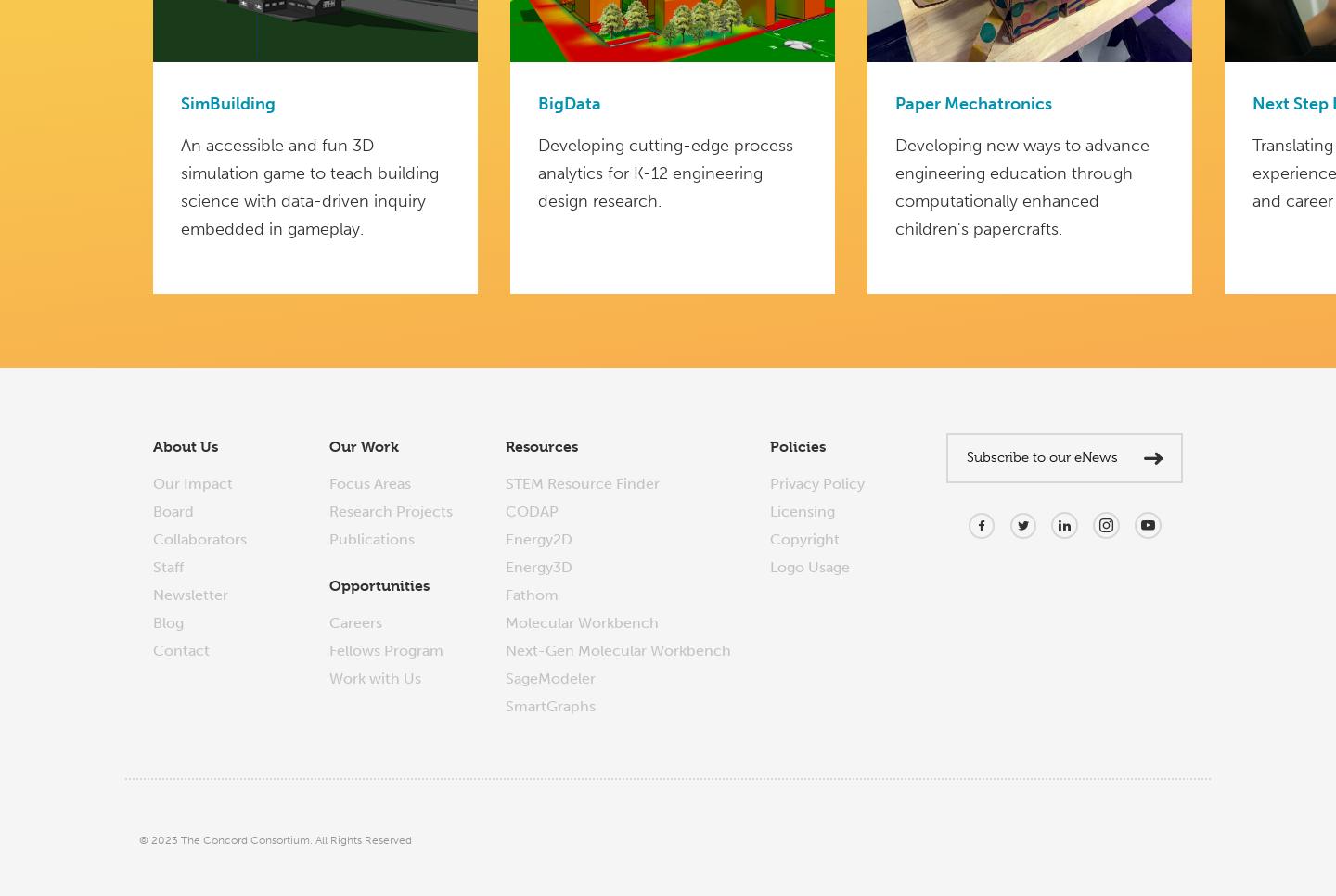  Describe the element at coordinates (893, 186) in the screenshot. I see `'Developing new ways to advance engineering education through computationally enhanced children's papercrafts.'` at that location.